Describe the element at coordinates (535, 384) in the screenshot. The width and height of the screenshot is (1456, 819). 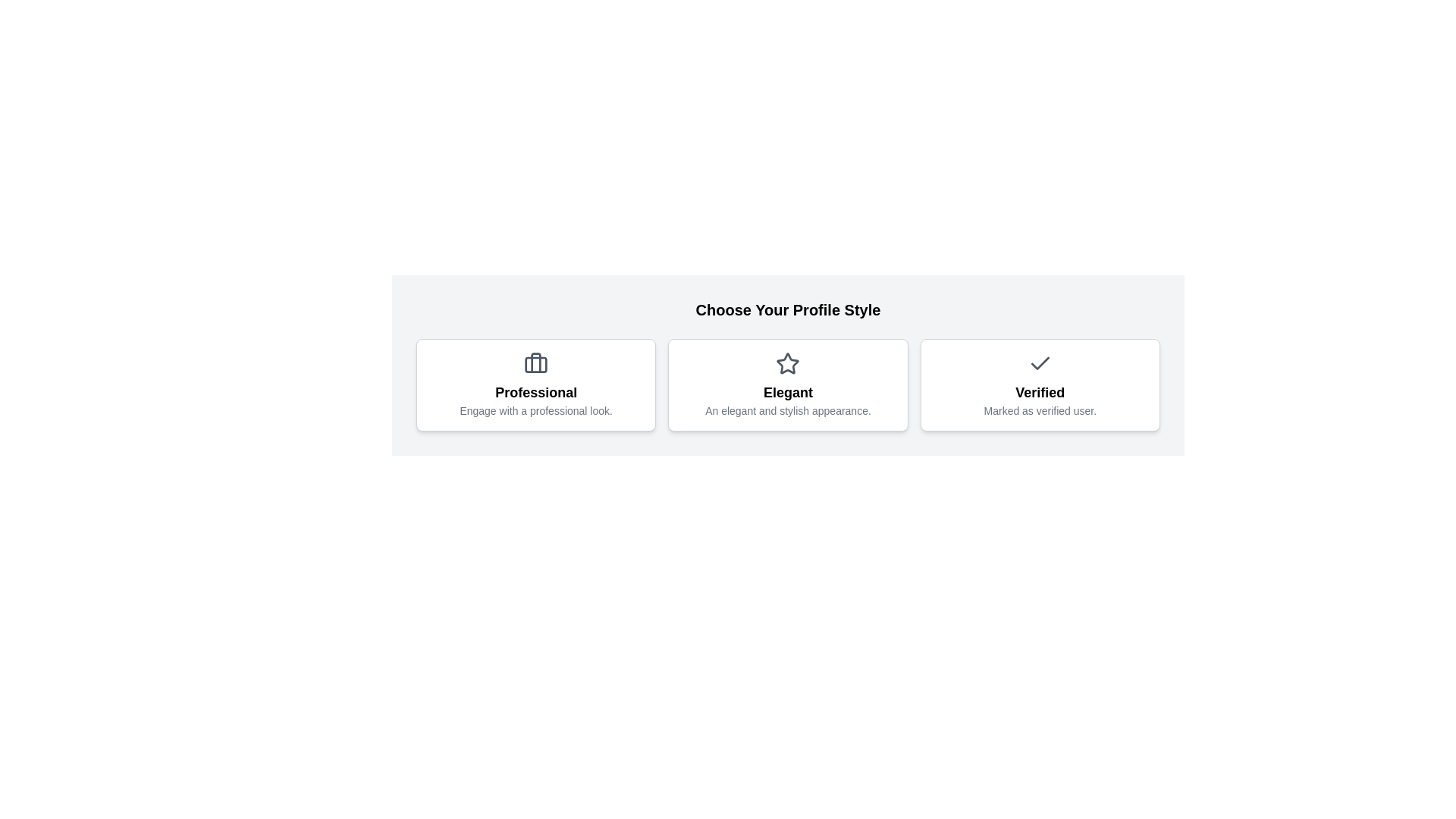
I see `the profile style Professional by clicking on its respective button` at that location.